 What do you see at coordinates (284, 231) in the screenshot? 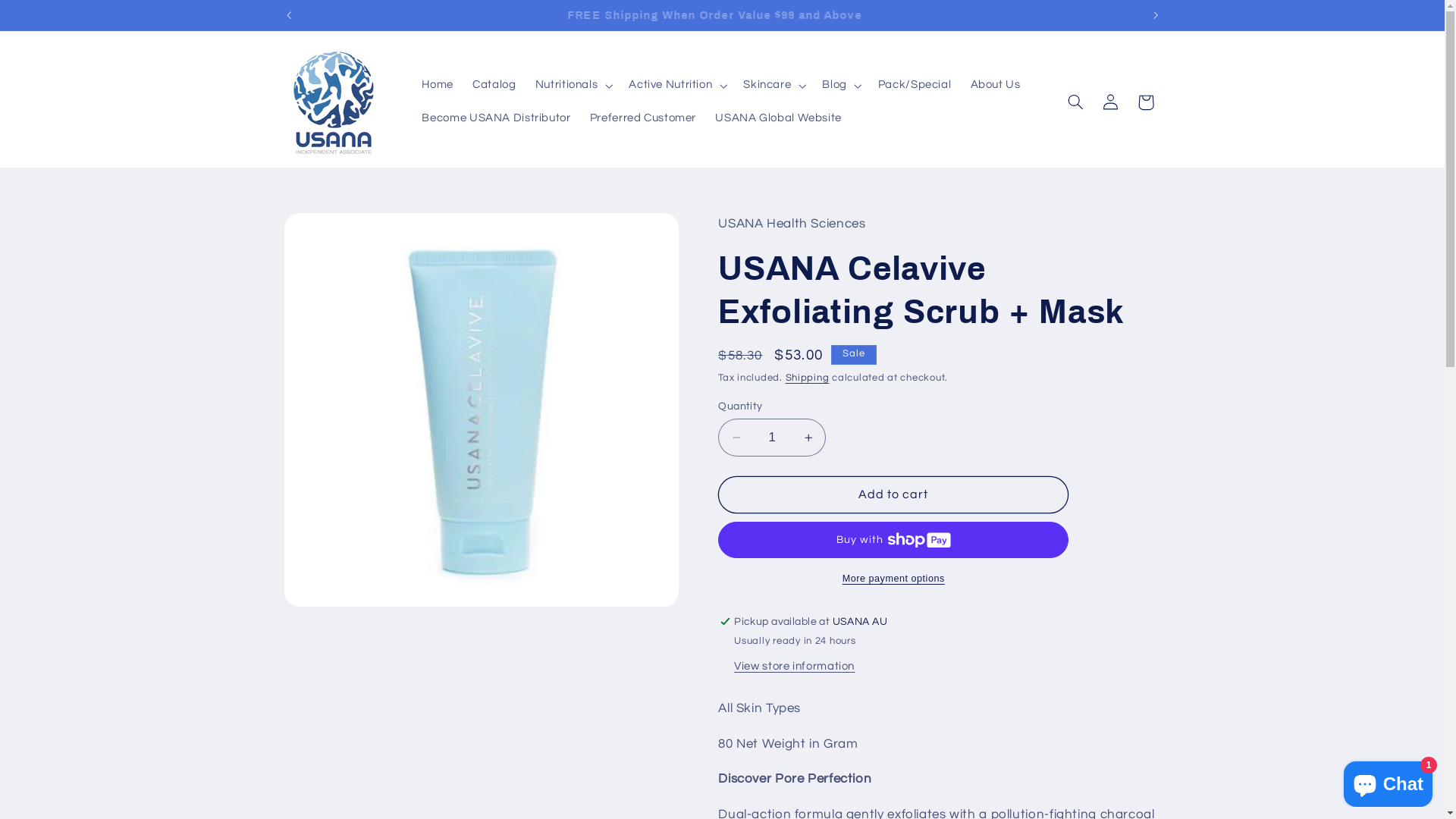
I see `'Skip to product information'` at bounding box center [284, 231].